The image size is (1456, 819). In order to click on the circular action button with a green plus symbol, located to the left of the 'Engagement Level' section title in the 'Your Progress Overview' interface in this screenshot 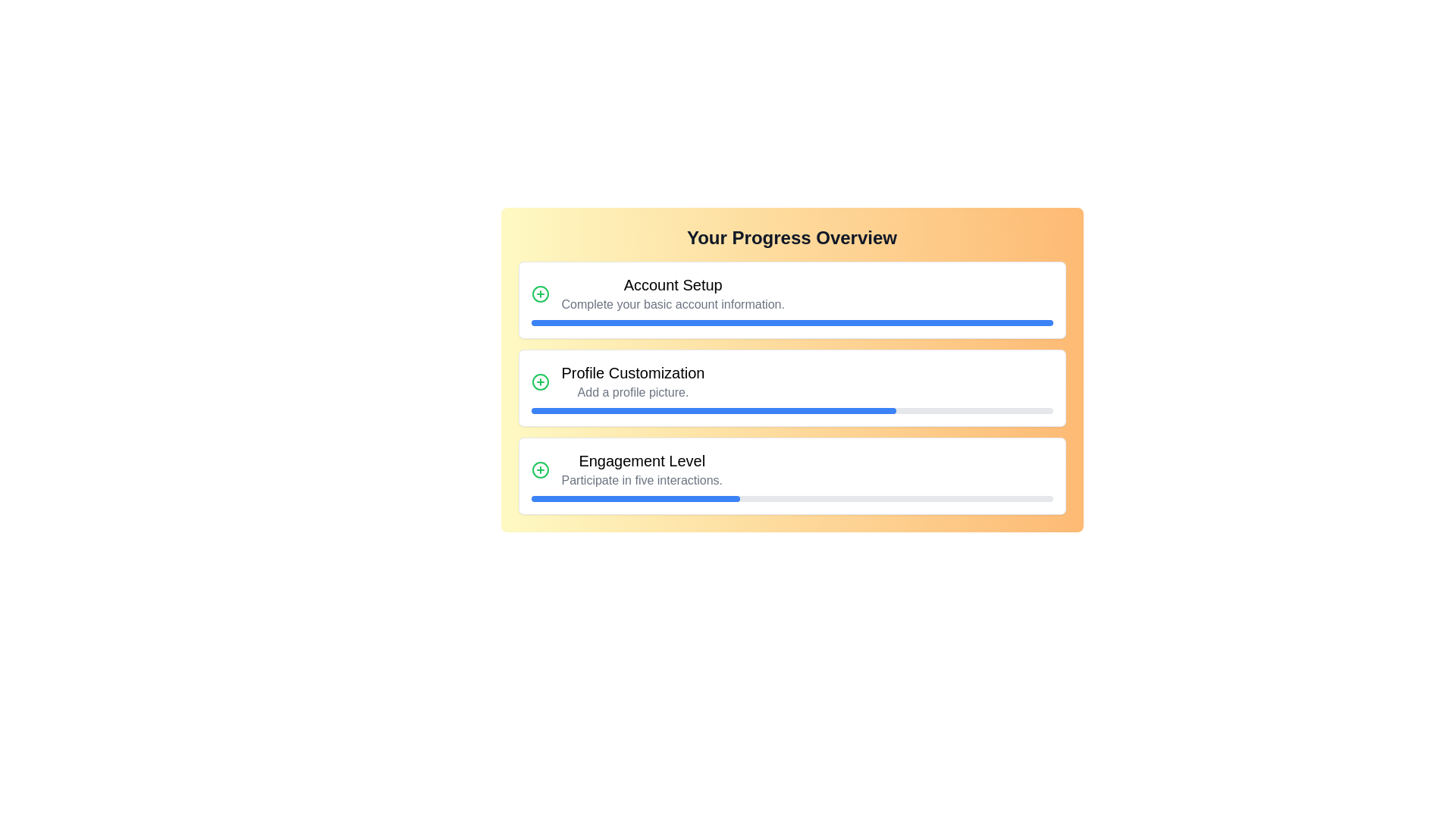, I will do `click(540, 469)`.